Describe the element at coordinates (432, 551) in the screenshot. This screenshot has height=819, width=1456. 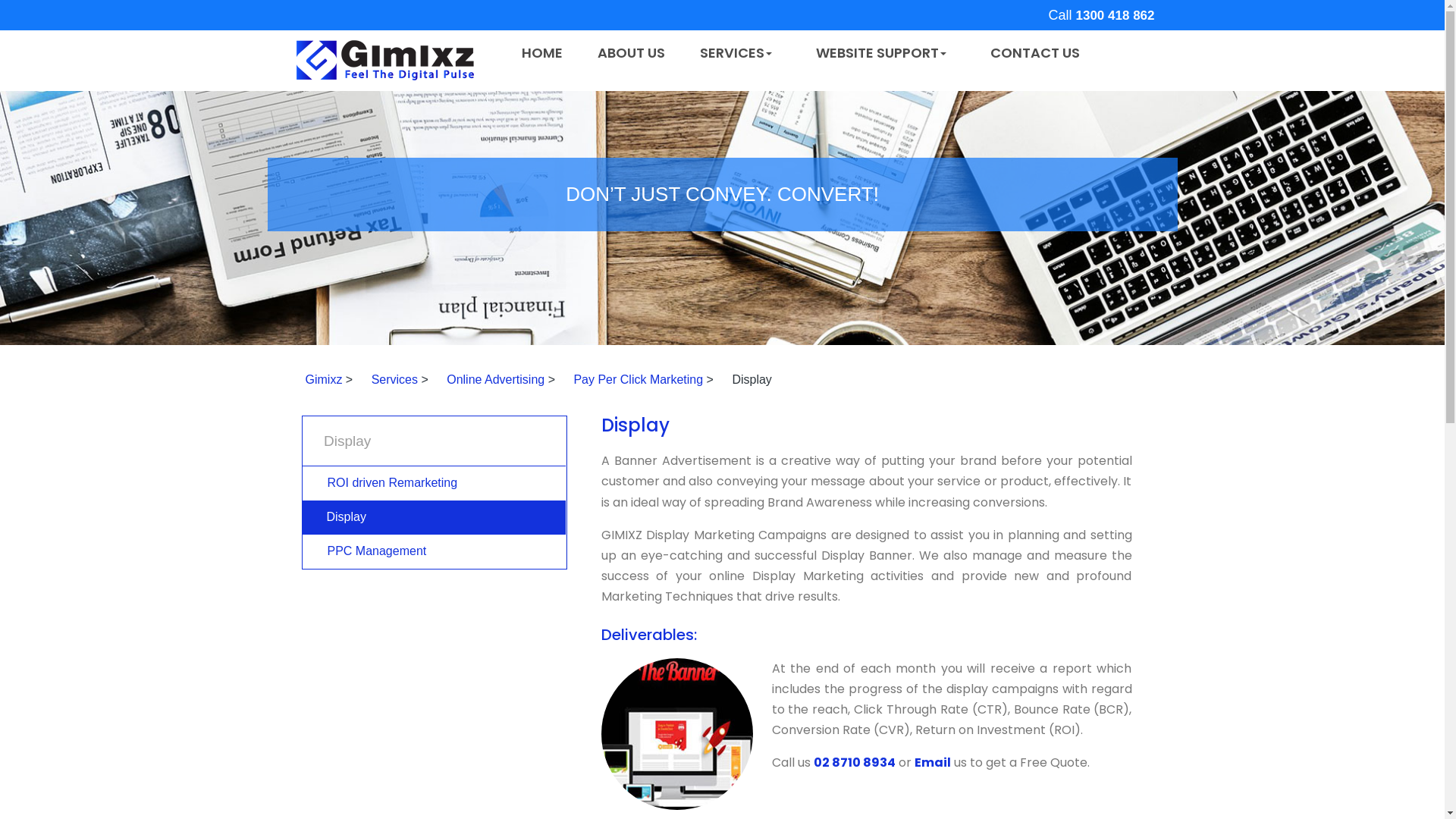
I see `'PPC Management'` at that location.